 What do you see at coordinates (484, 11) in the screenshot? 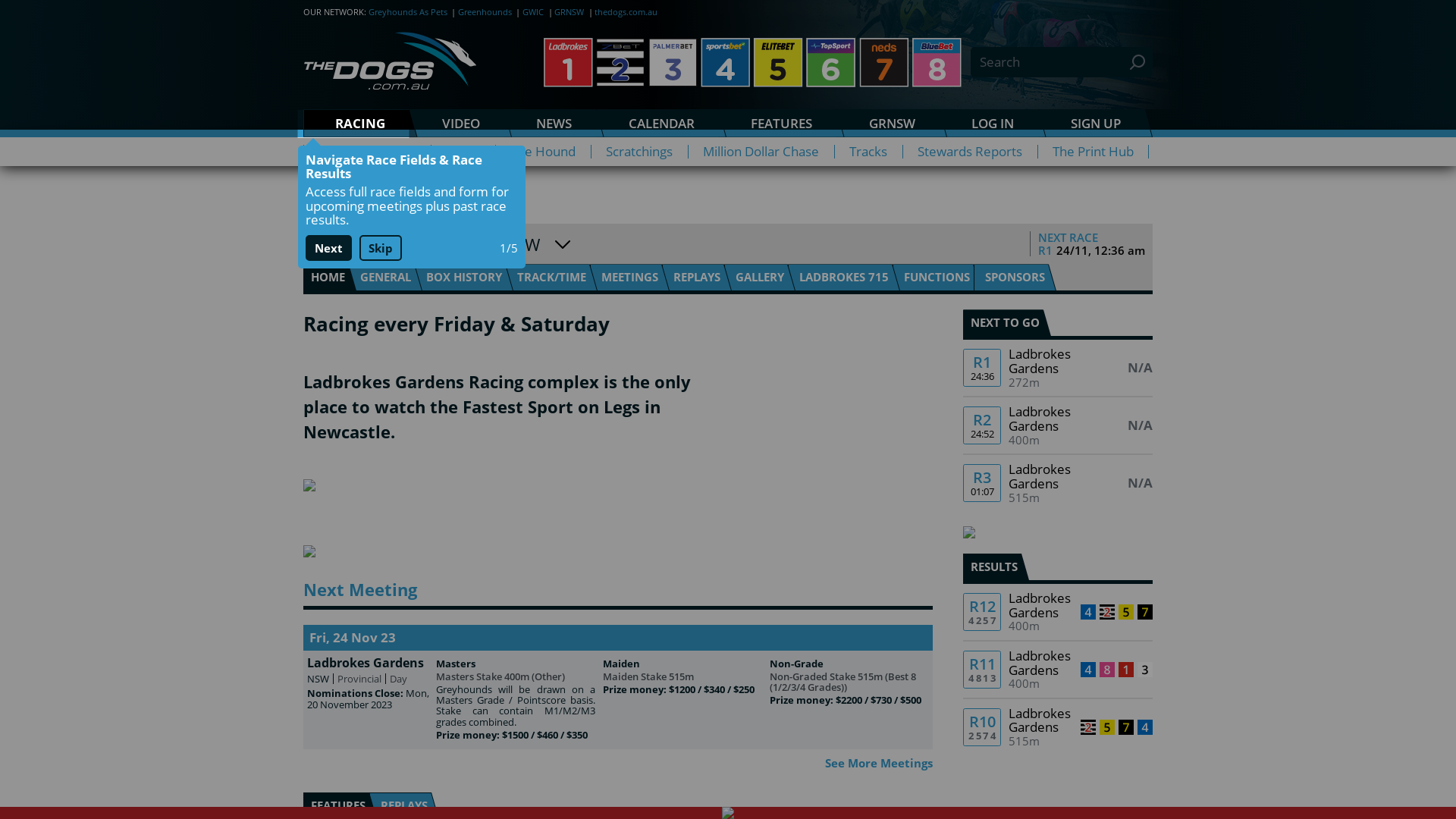
I see `'Greenhounds'` at bounding box center [484, 11].